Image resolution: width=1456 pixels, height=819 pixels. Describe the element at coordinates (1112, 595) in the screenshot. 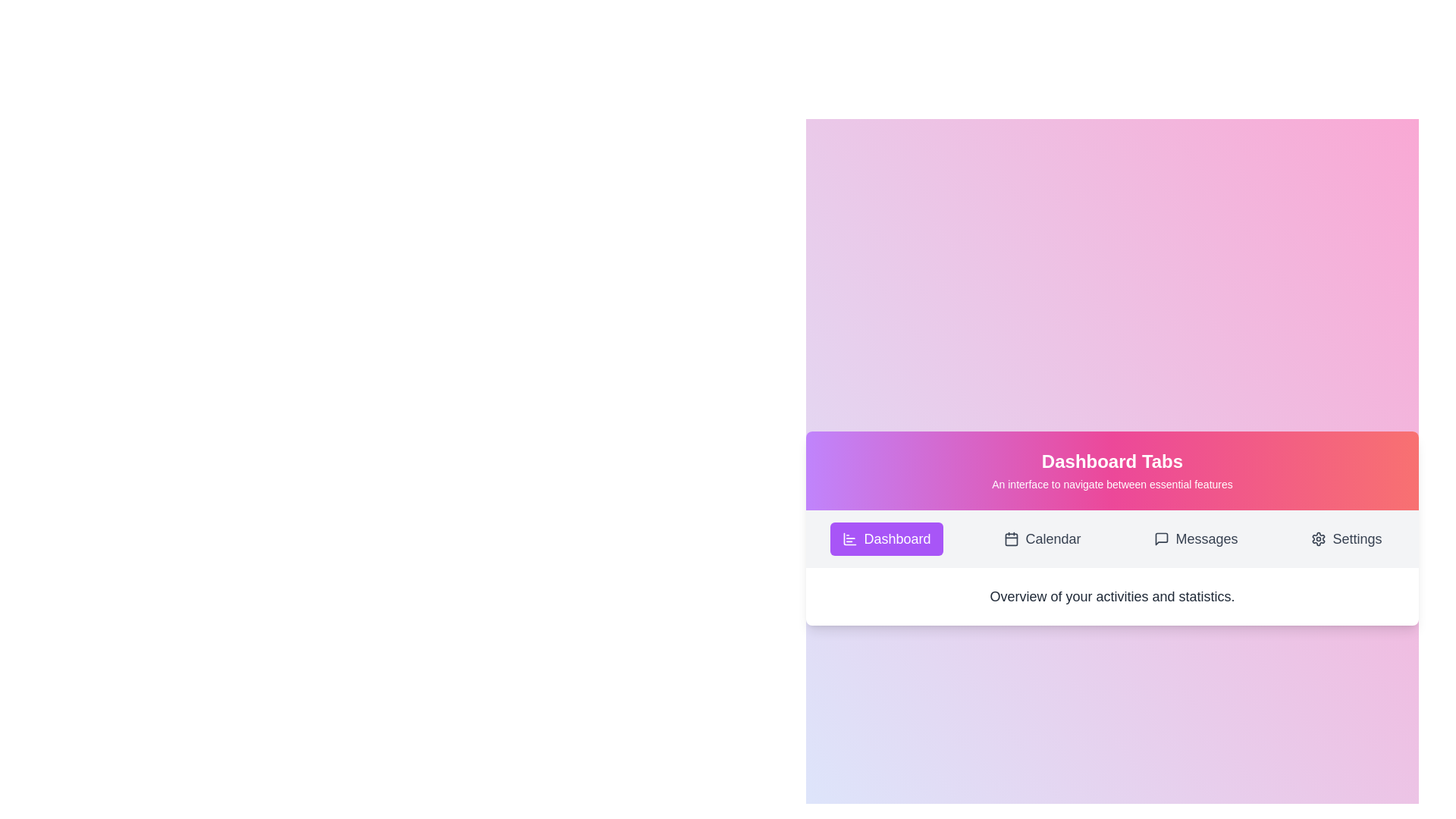

I see `the text element displaying 'Overview of your activities and statistics.' to possibly trigger a tooltip` at that location.